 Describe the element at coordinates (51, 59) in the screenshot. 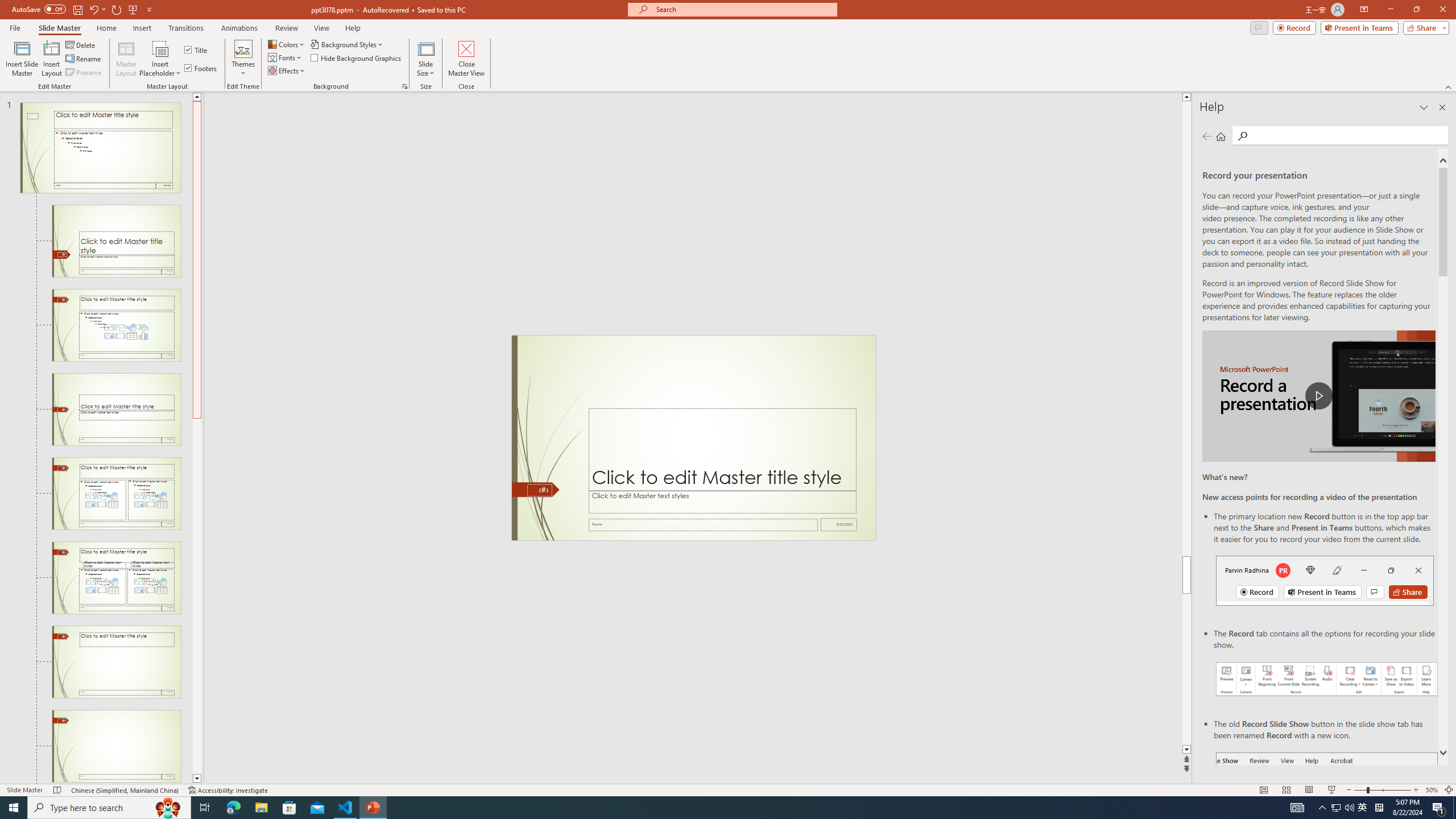

I see `'Insert Layout'` at that location.